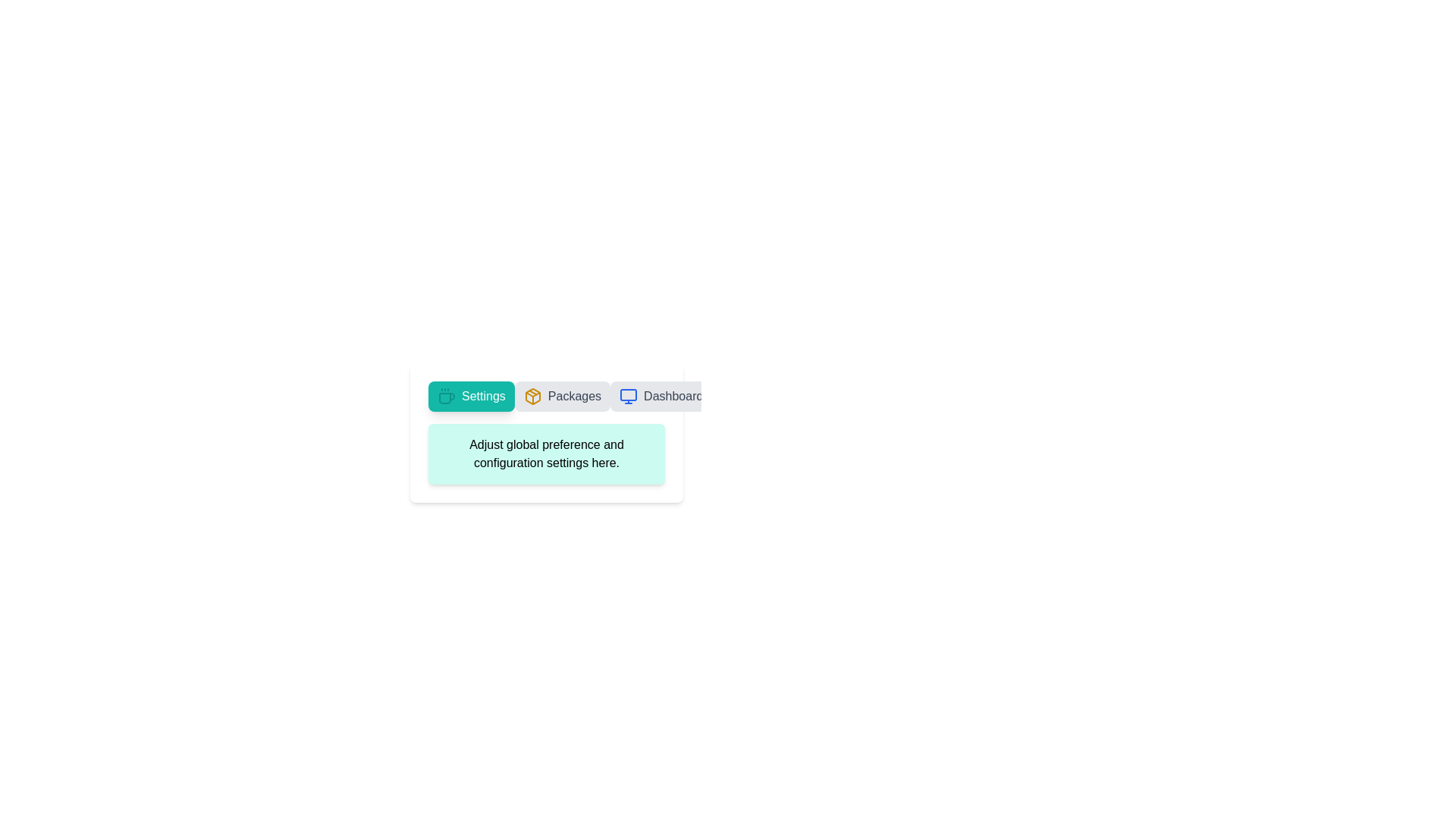 Image resolution: width=1456 pixels, height=819 pixels. I want to click on the tab labeled Dashboard to observe visual feedback, so click(661, 396).